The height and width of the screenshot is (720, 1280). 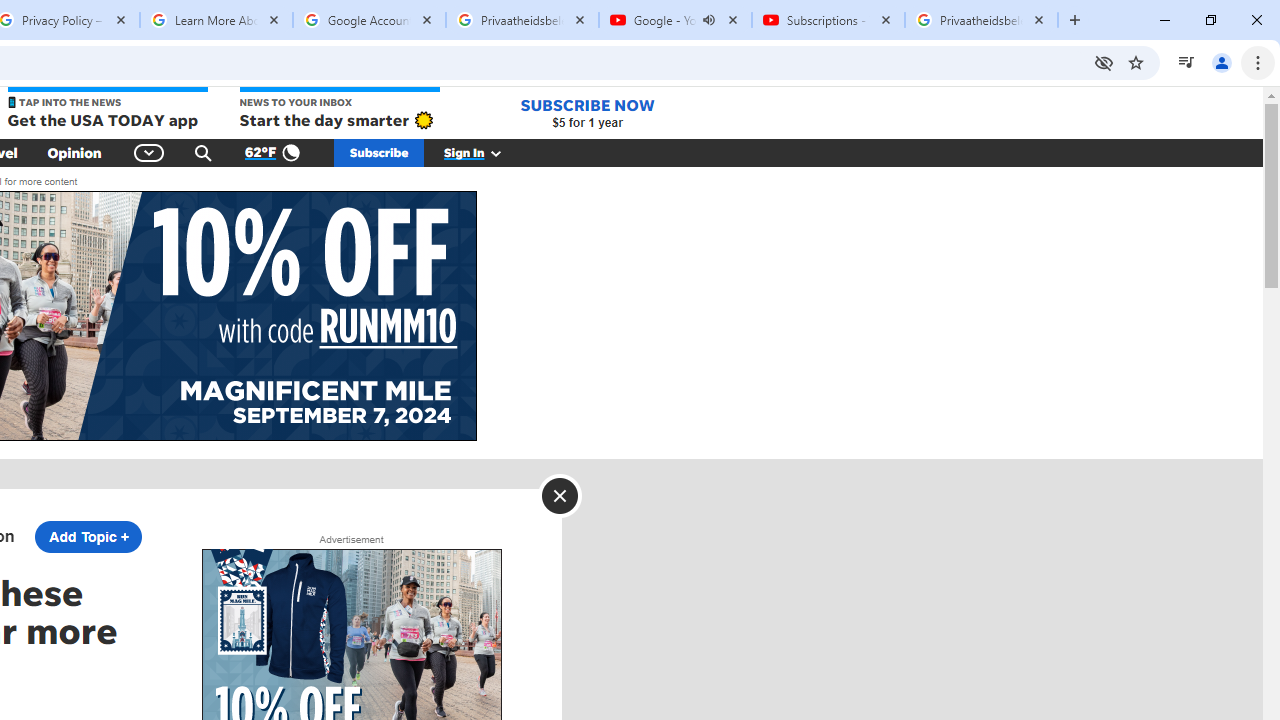 I want to click on 'Opinion', so click(x=74, y=152).